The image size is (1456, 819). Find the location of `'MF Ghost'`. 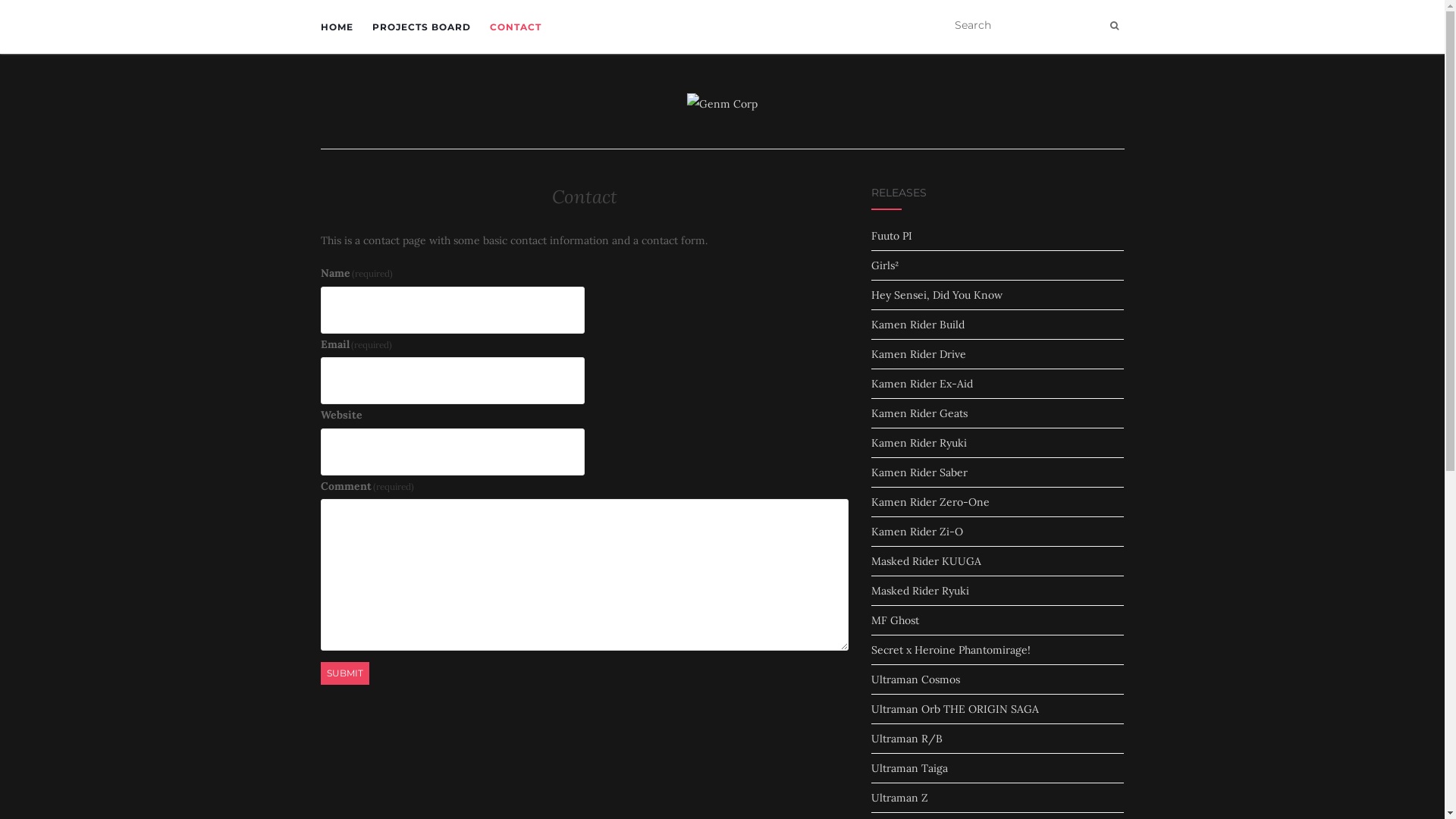

'MF Ghost' is located at coordinates (895, 620).